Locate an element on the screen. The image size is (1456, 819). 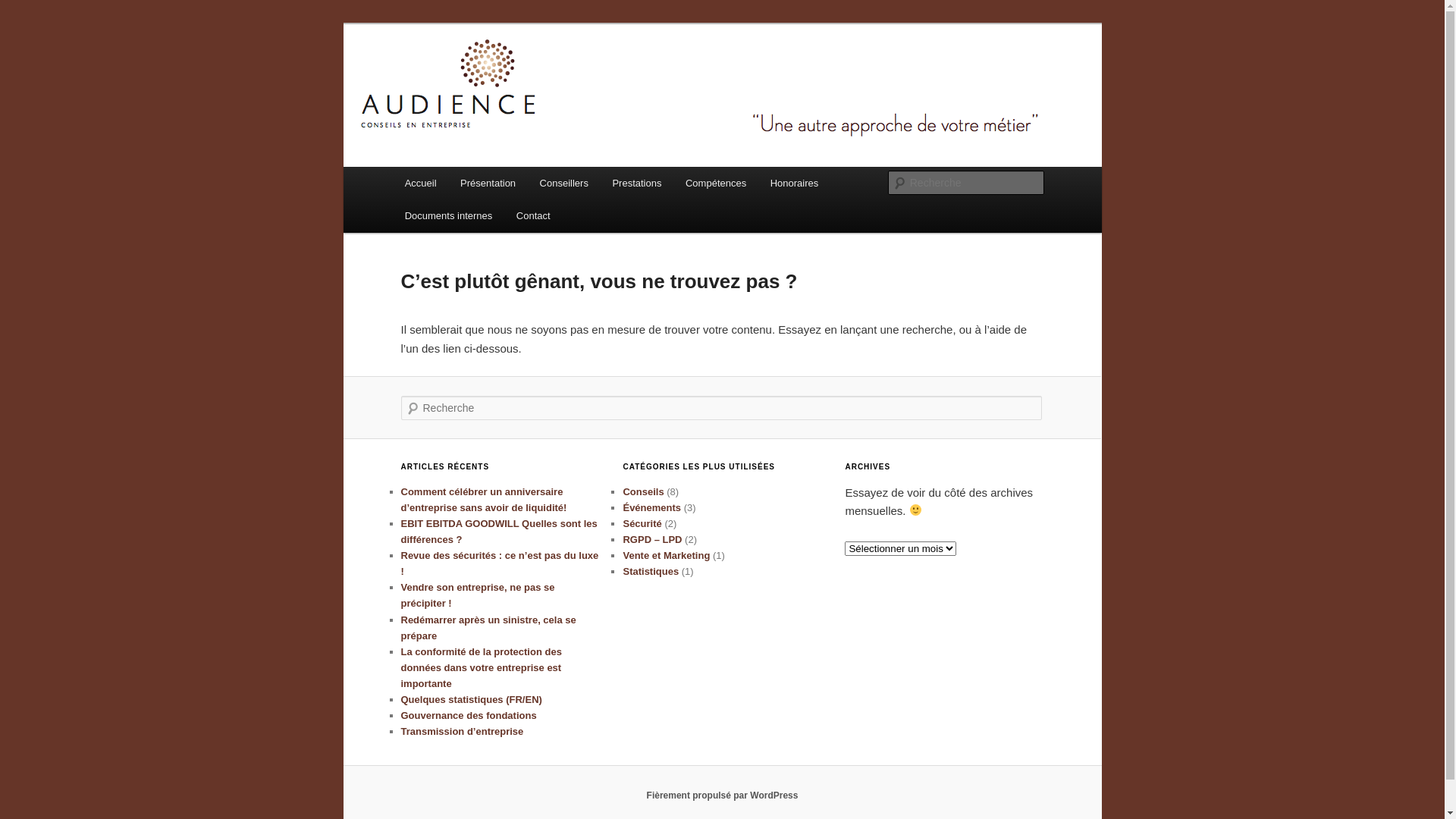
'Documents internes' is located at coordinates (447, 215).